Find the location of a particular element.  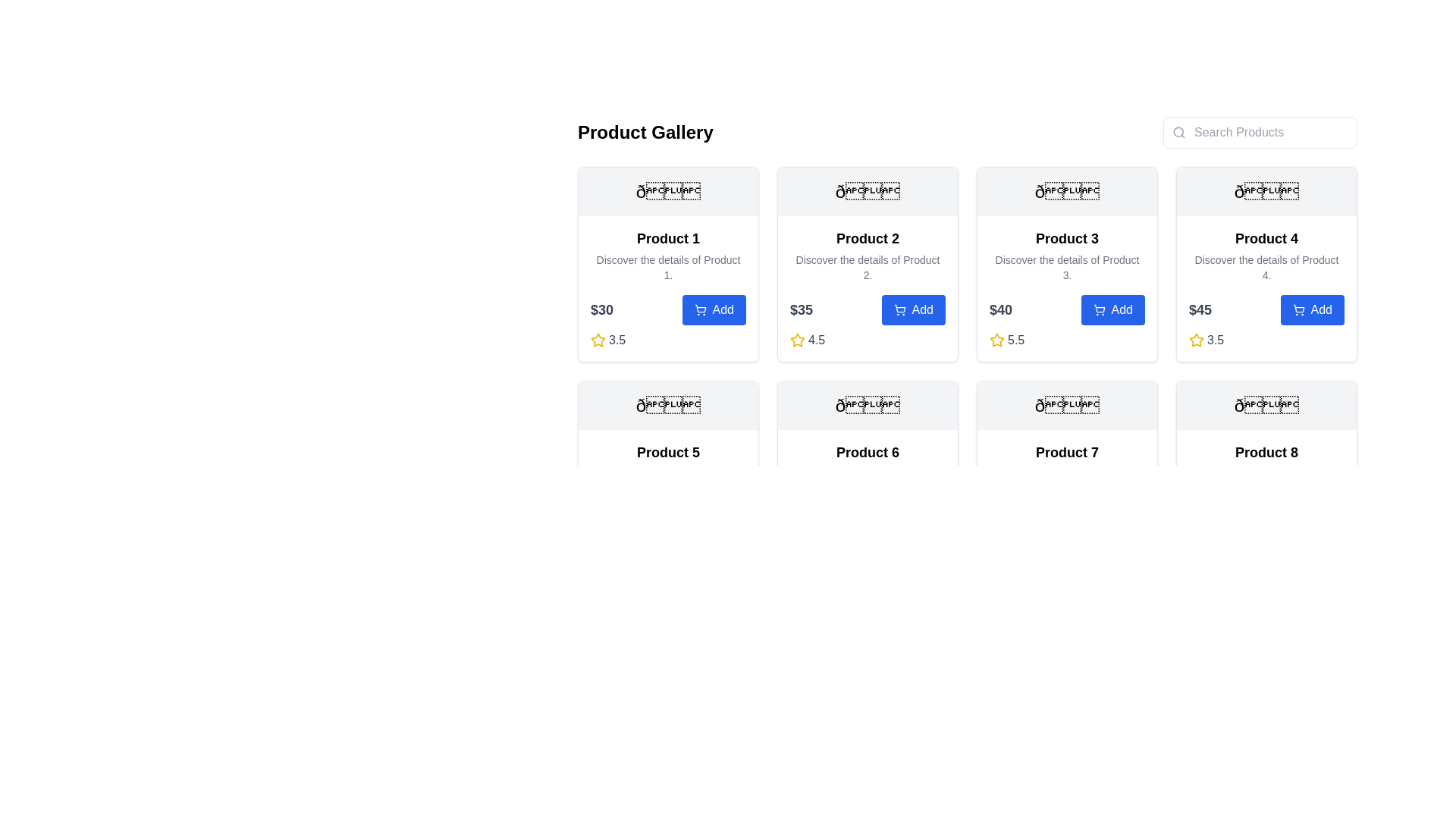

the decorative circular icon within the magnifying glass search icon located at the top right corner of the interface is located at coordinates (1178, 131).